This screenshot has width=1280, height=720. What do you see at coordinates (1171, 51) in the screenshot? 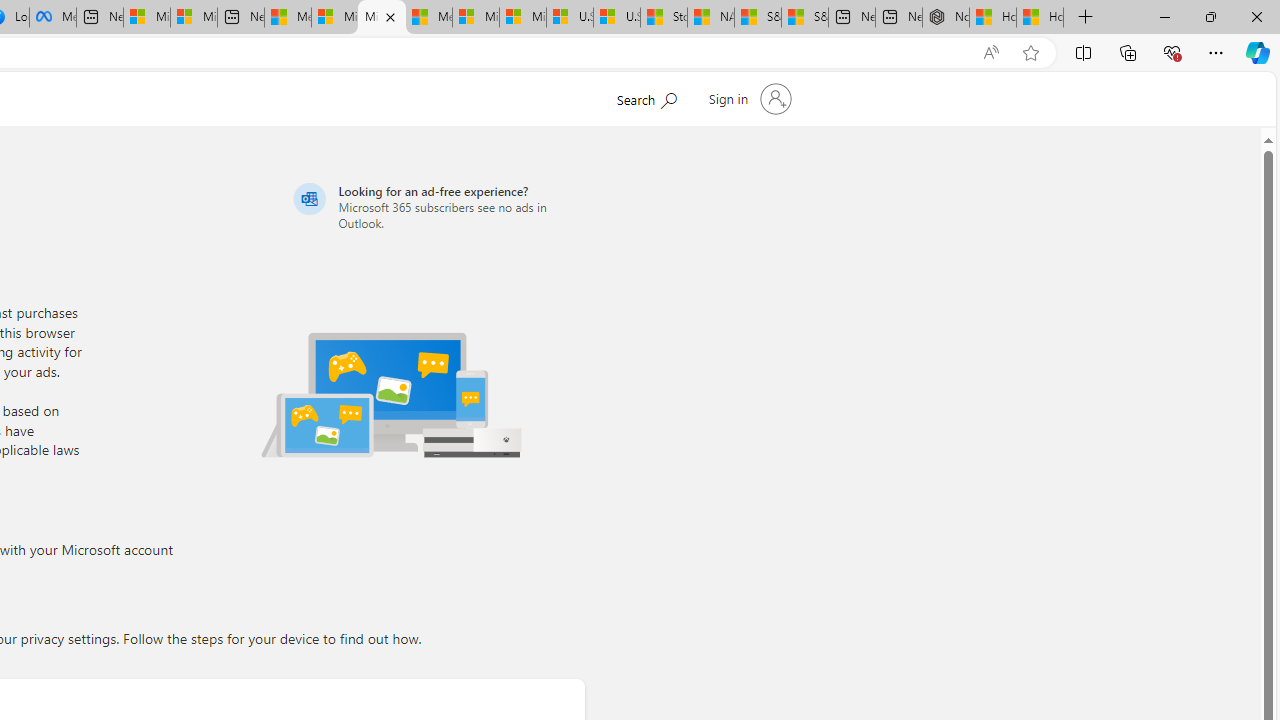
I see `'Browser essentials'` at bounding box center [1171, 51].